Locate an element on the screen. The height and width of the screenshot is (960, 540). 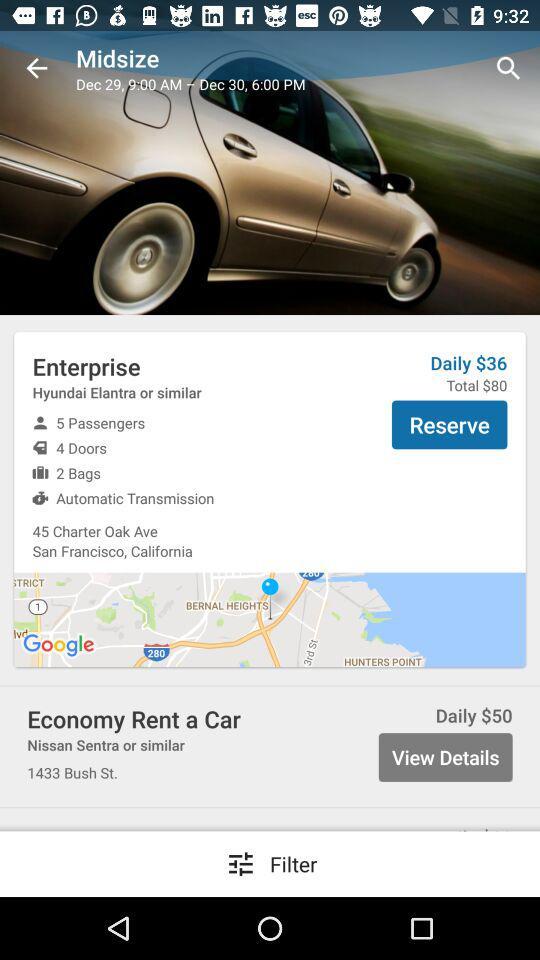
google is located at coordinates (60, 644).